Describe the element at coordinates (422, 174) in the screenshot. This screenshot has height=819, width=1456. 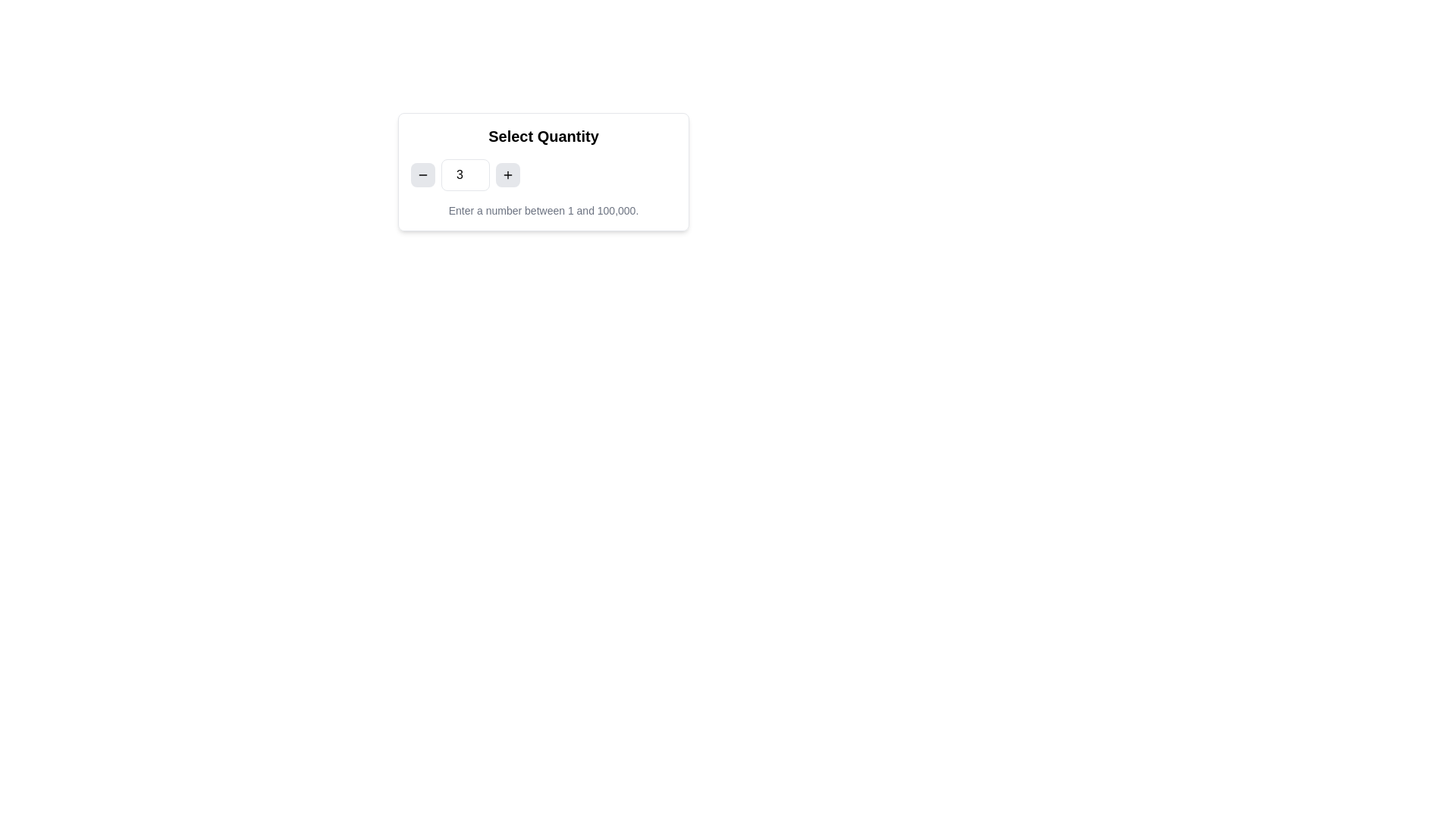
I see `the circular button with a light gray background and a minus icon at its center to decrease the number` at that location.